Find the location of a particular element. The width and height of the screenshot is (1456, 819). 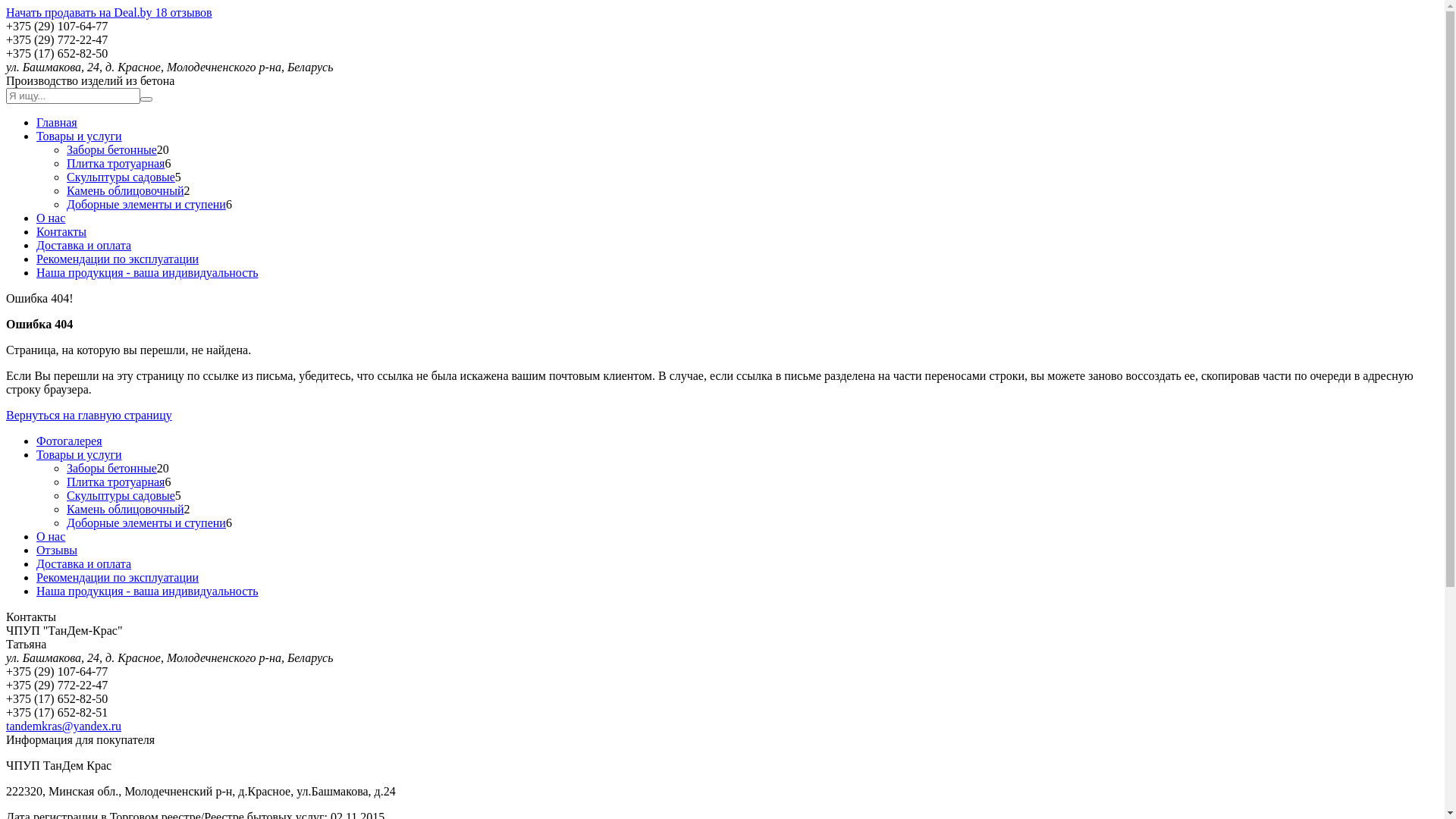

'tandemkras@yandex.ru' is located at coordinates (62, 725).